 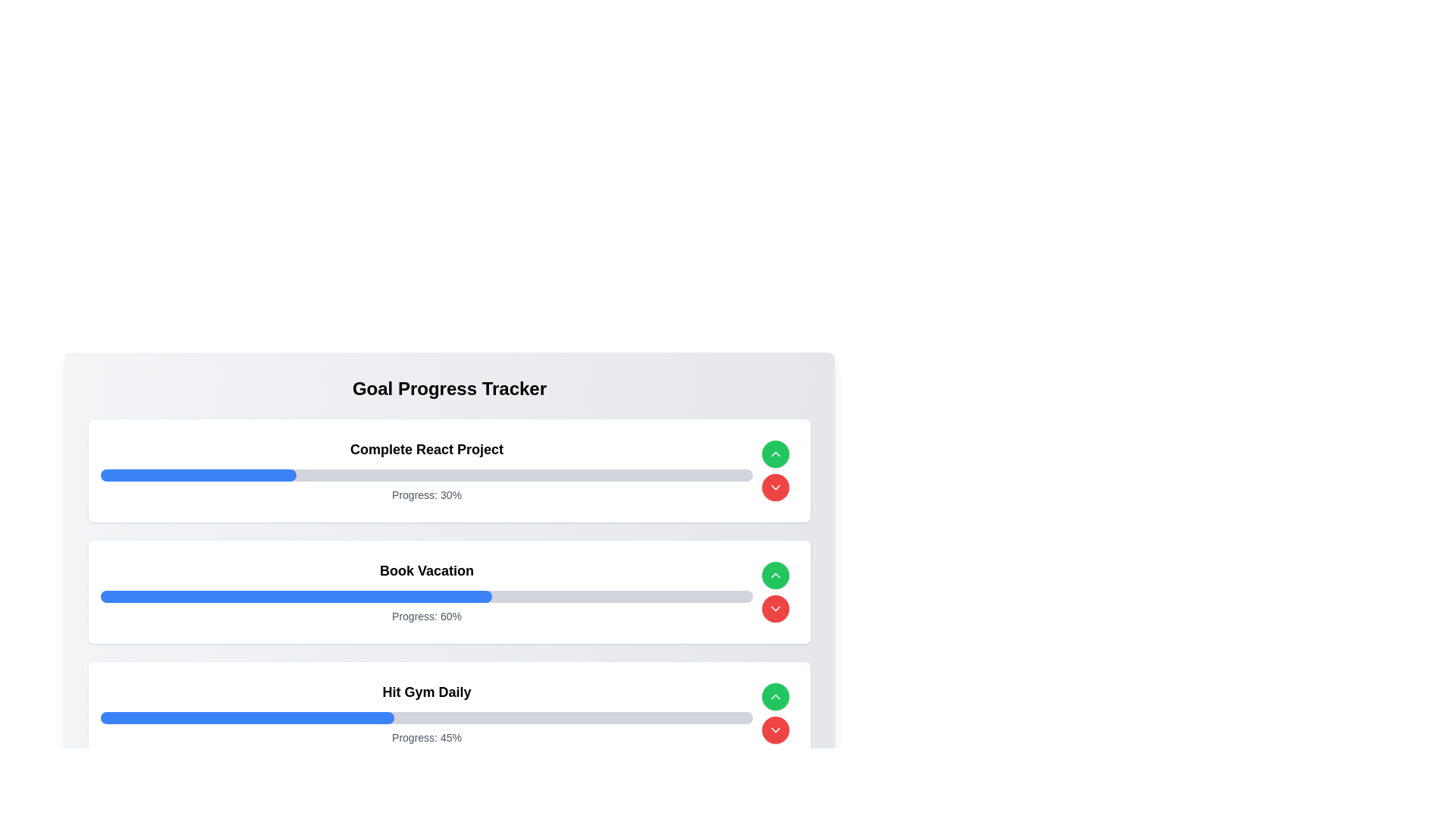 I want to click on the chevron-shaped icon pointing upwards, which is located within a circular green button at the top-right corner of the 'Book Vacation' task card, so click(x=775, y=576).